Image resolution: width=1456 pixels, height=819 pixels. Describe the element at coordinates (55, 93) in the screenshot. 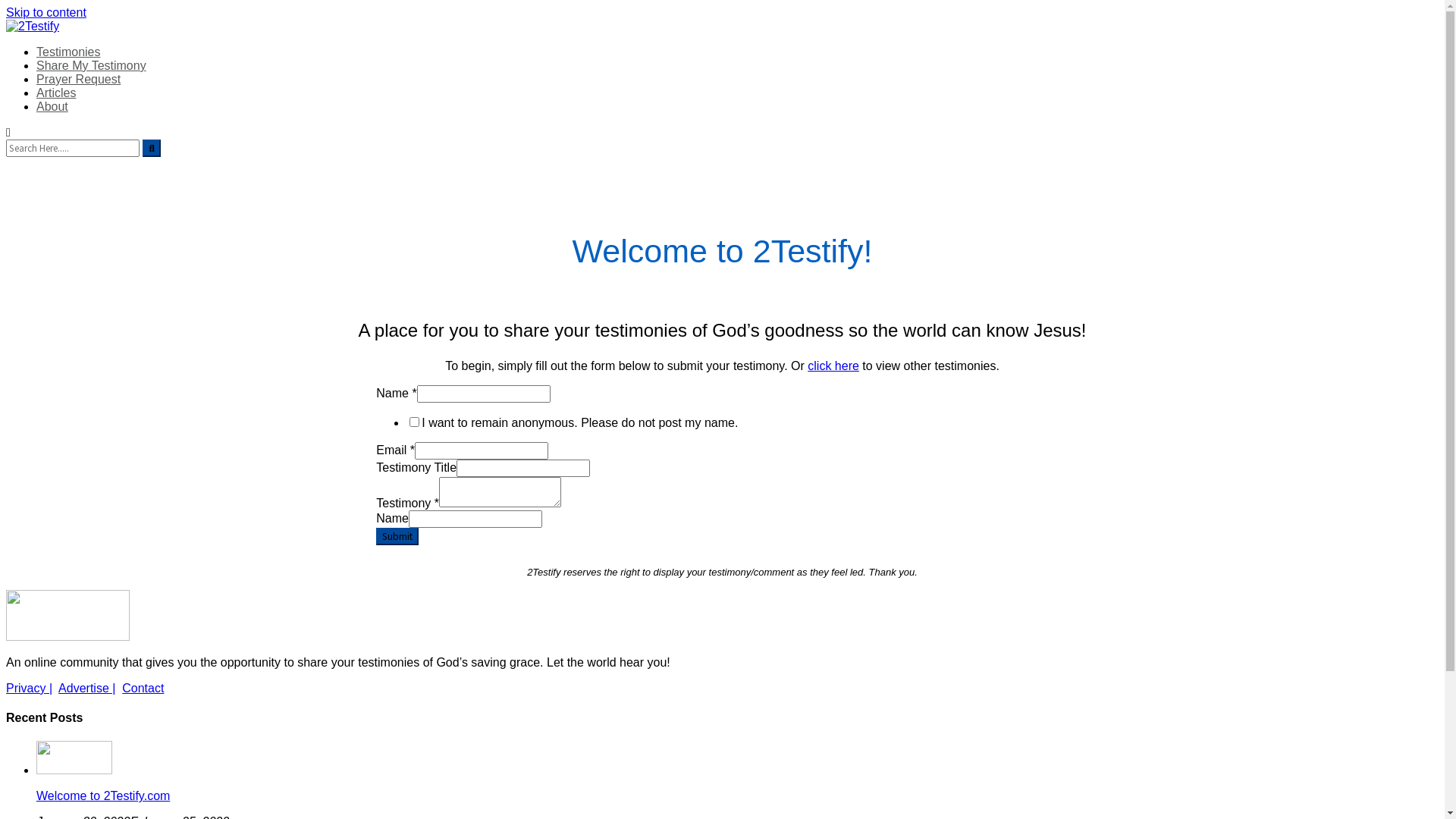

I see `'Articles'` at that location.